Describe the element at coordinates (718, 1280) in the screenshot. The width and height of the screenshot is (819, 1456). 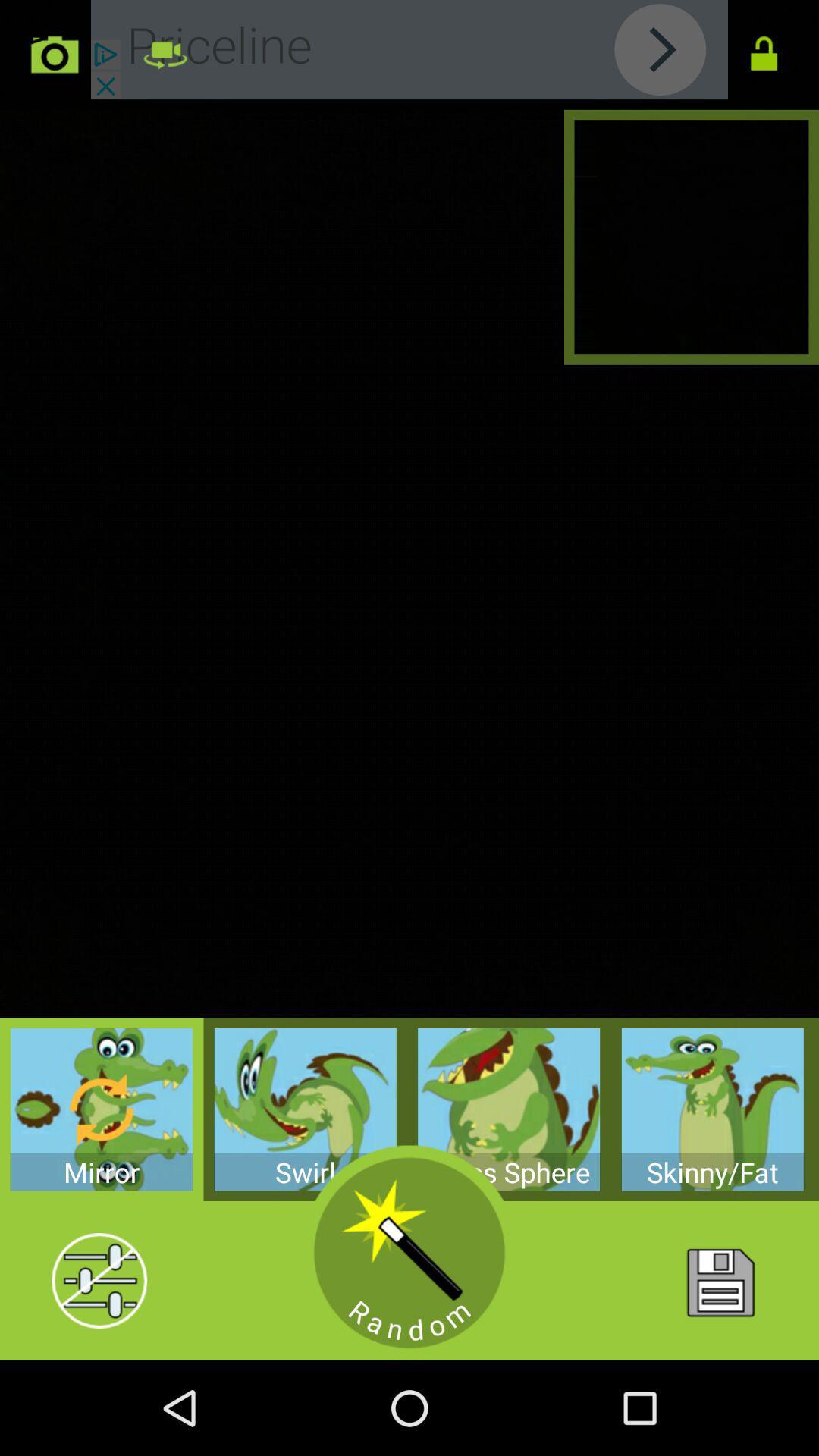
I see `home button` at that location.